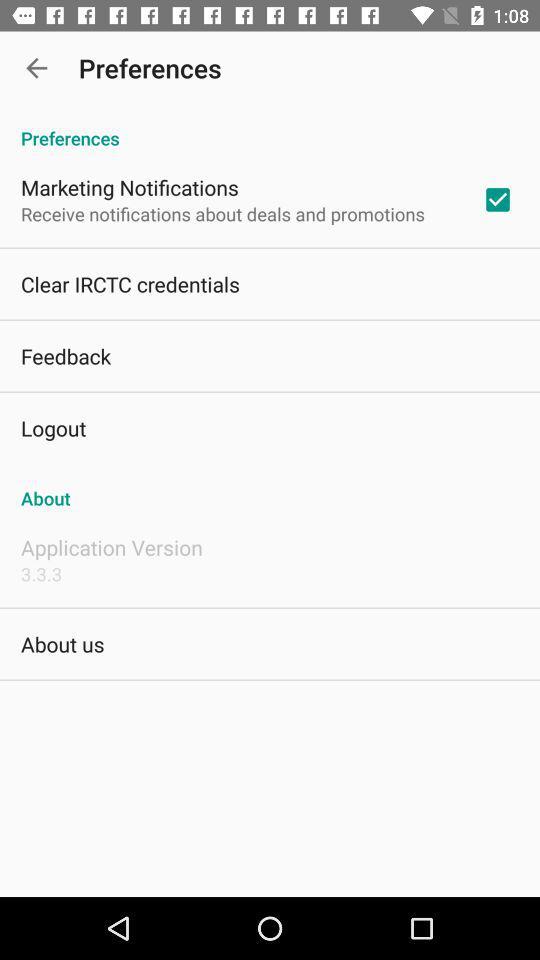 The width and height of the screenshot is (540, 960). What do you see at coordinates (221, 214) in the screenshot?
I see `item below marketing notifications icon` at bounding box center [221, 214].